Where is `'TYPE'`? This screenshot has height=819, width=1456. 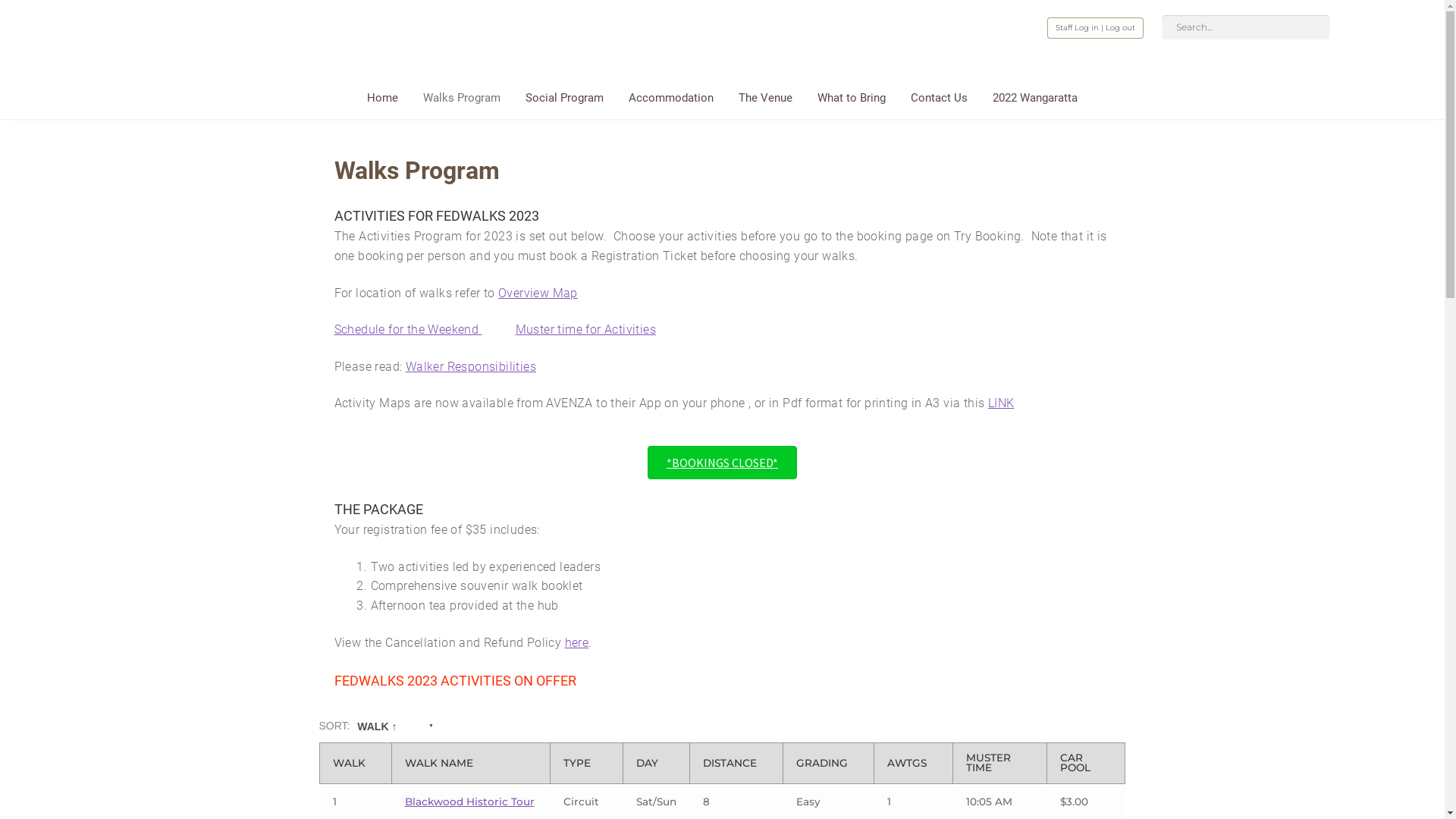 'TYPE' is located at coordinates (585, 763).